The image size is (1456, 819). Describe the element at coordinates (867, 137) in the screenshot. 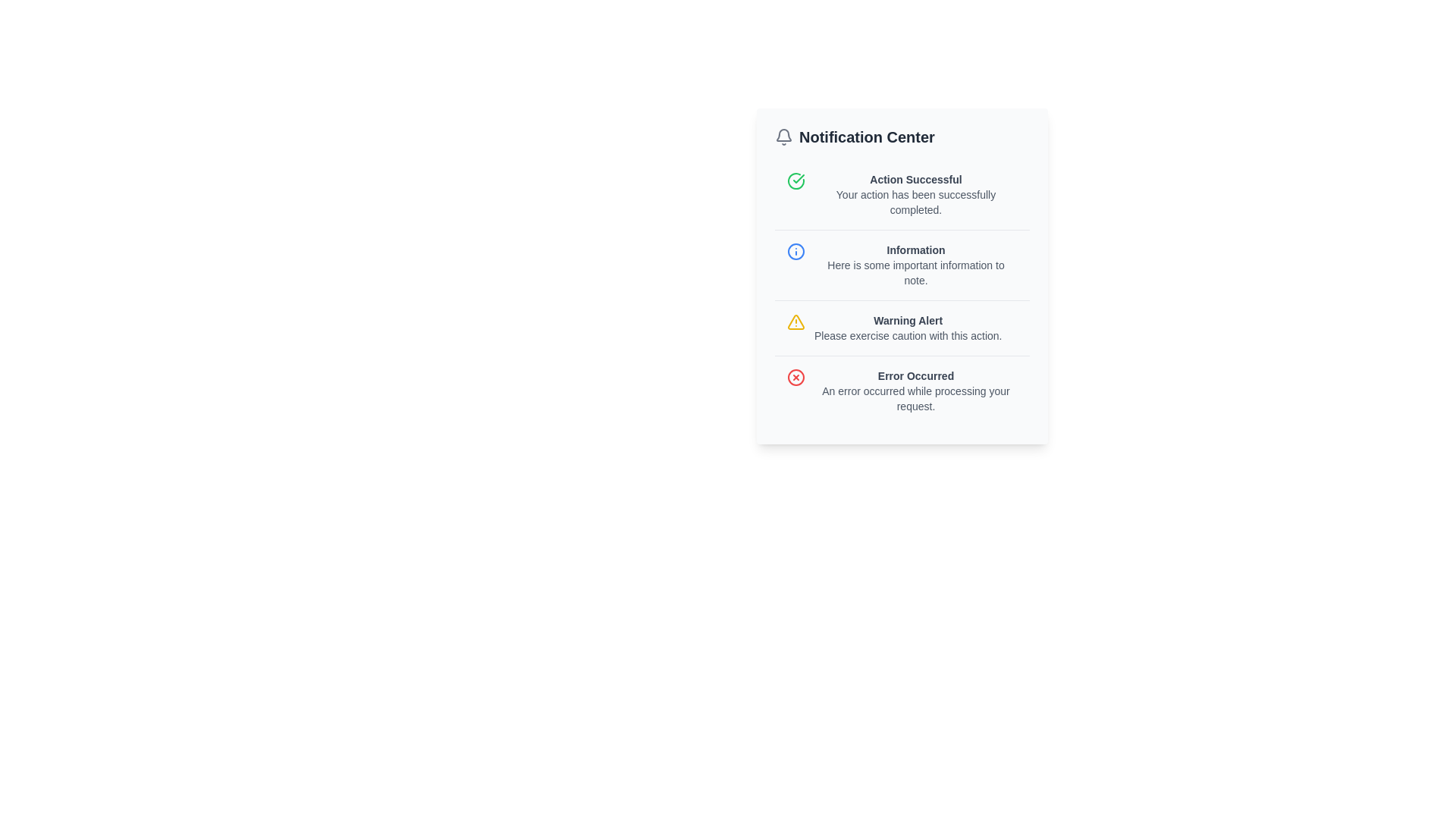

I see `the 'Notification Center' text label, which is styled with a large font size, bold weight, and dark gray color, located near the top of the notification panel, to the right of a bell icon` at that location.